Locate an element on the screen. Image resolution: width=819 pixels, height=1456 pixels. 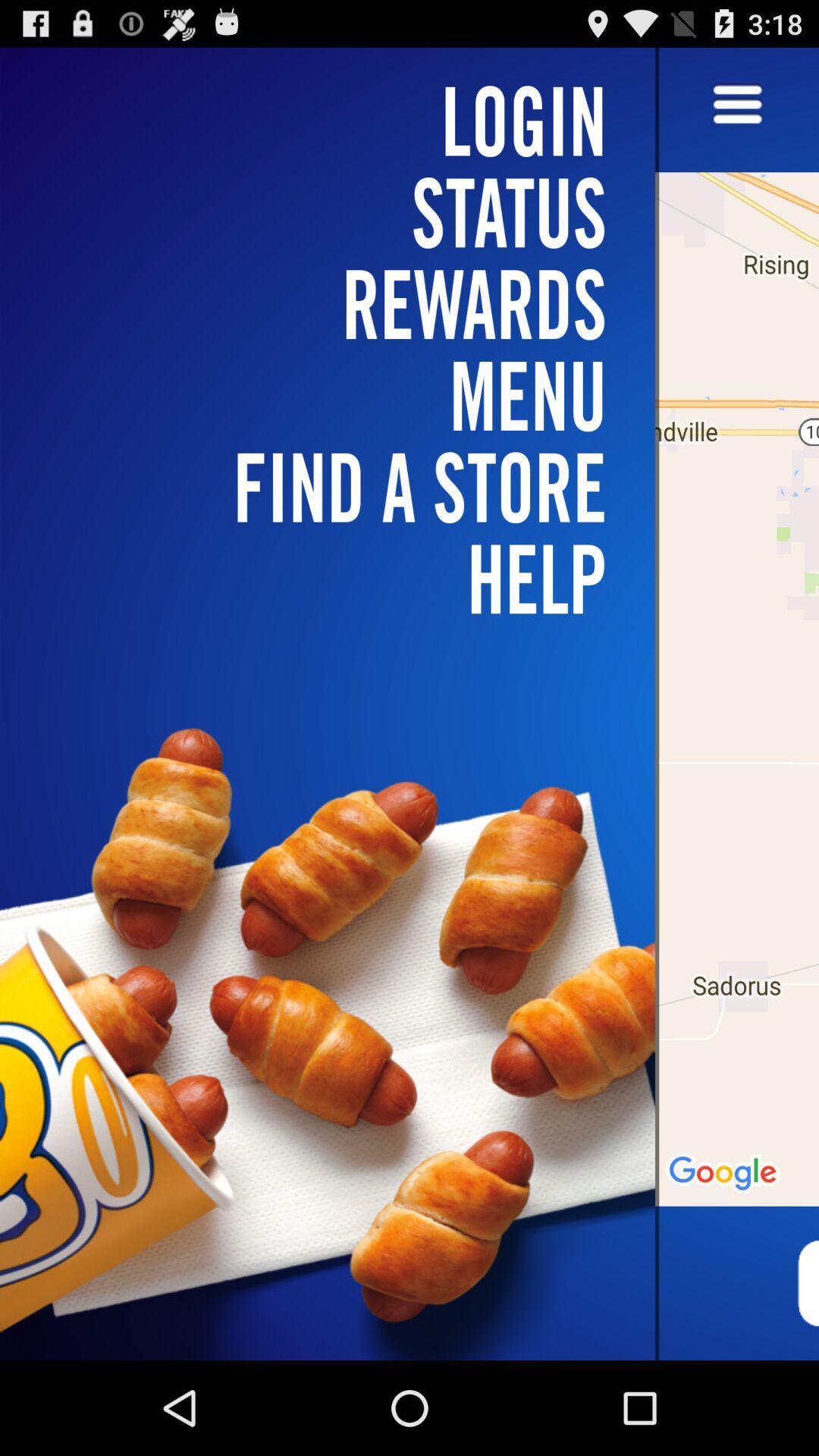
look at the map is located at coordinates (736, 703).